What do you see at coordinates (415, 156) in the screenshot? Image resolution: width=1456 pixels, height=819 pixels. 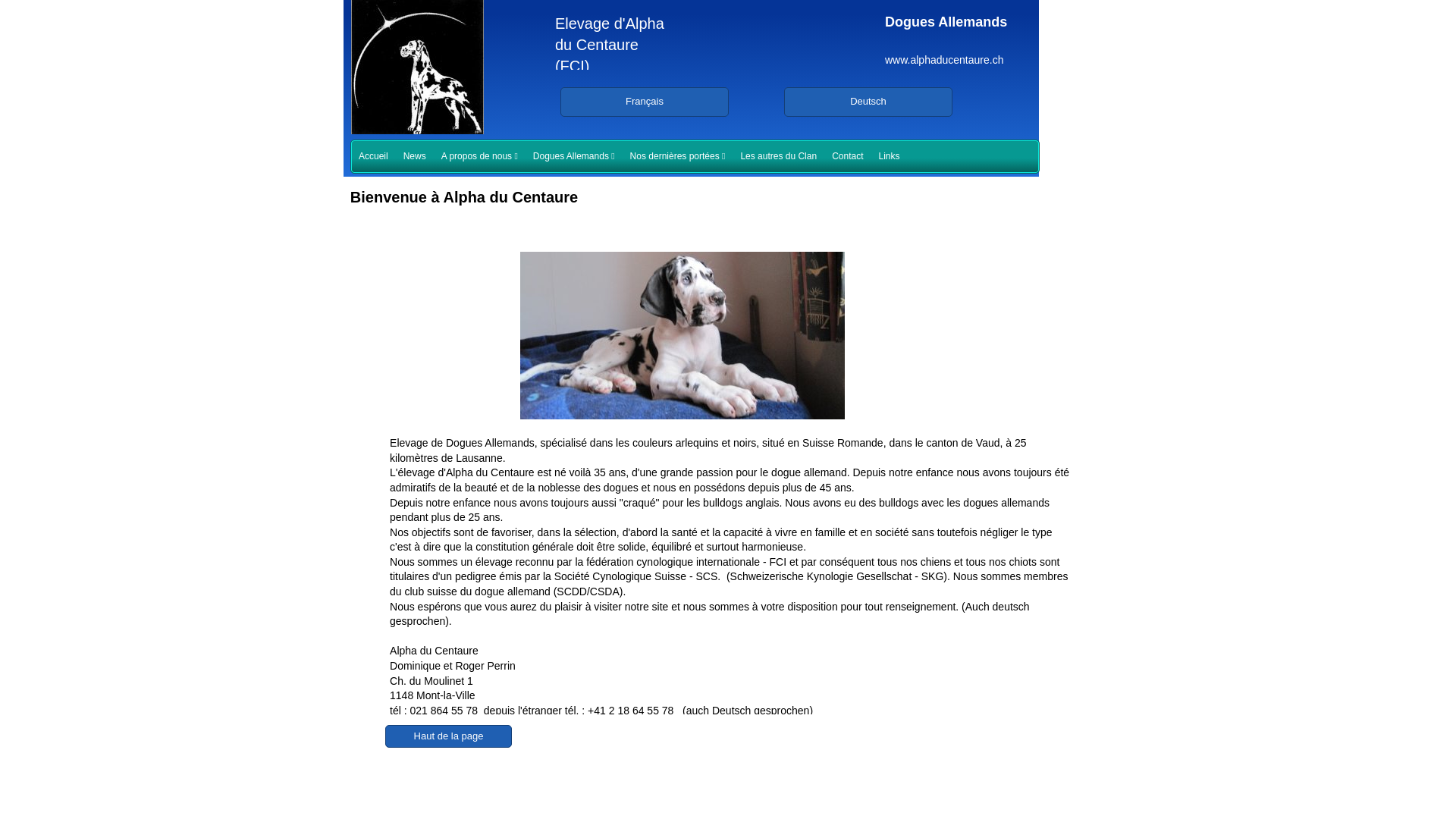 I see `'News'` at bounding box center [415, 156].